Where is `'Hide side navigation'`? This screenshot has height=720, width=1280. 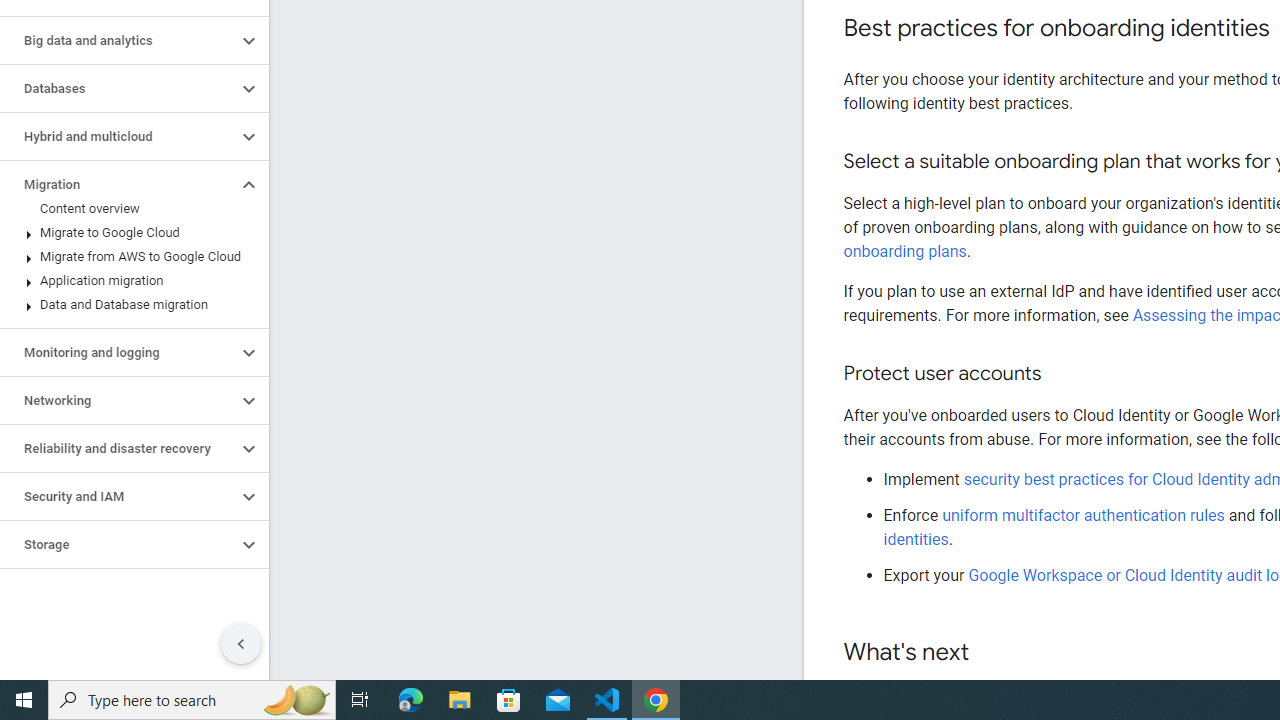
'Hide side navigation' is located at coordinates (240, 644).